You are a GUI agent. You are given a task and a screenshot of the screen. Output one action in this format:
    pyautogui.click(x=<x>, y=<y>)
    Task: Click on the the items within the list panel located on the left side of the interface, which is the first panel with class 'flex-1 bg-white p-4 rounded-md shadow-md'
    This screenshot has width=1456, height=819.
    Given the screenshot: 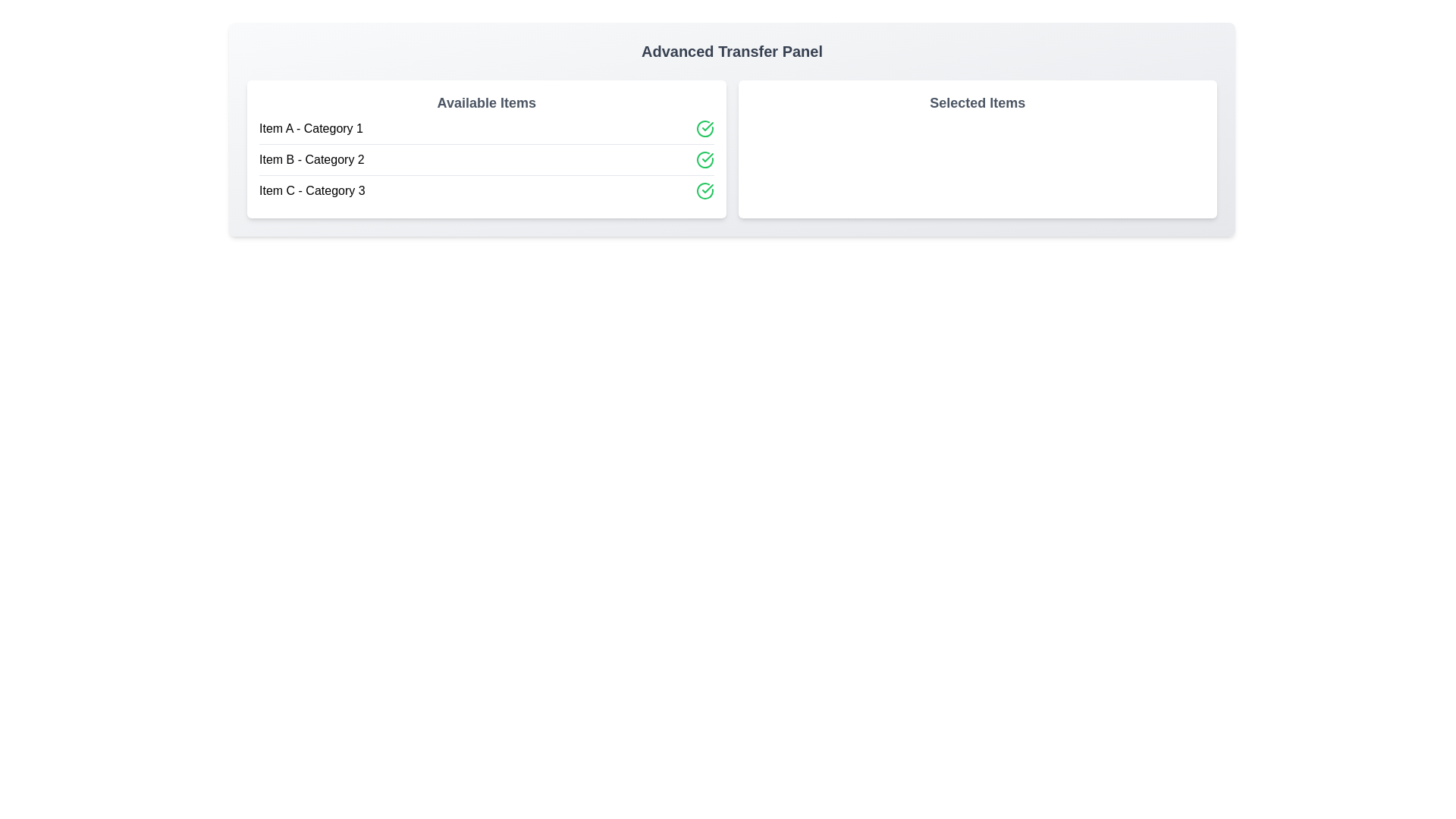 What is the action you would take?
    pyautogui.click(x=486, y=149)
    